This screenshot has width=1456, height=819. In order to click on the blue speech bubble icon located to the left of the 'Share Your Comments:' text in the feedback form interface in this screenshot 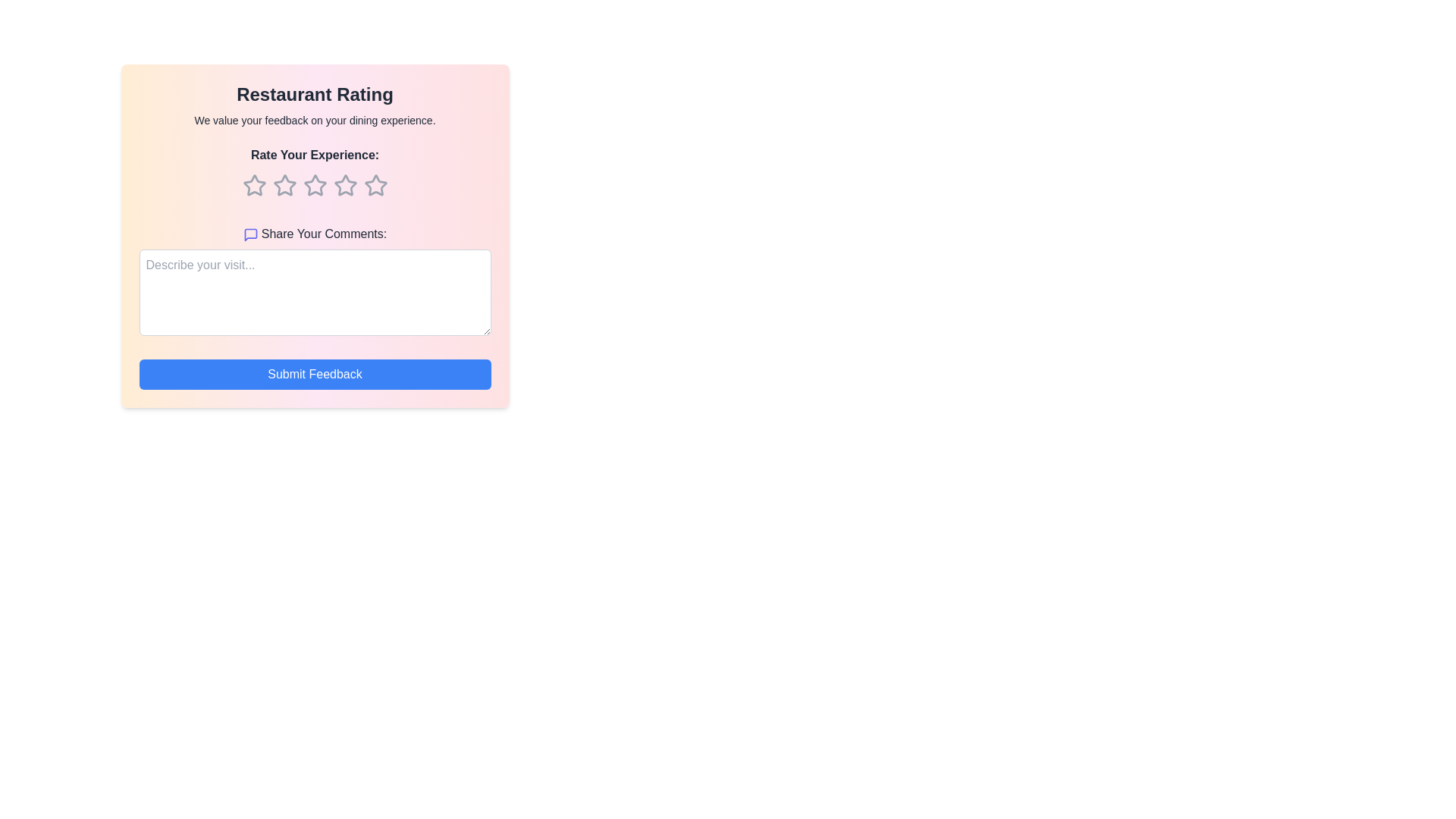, I will do `click(250, 234)`.